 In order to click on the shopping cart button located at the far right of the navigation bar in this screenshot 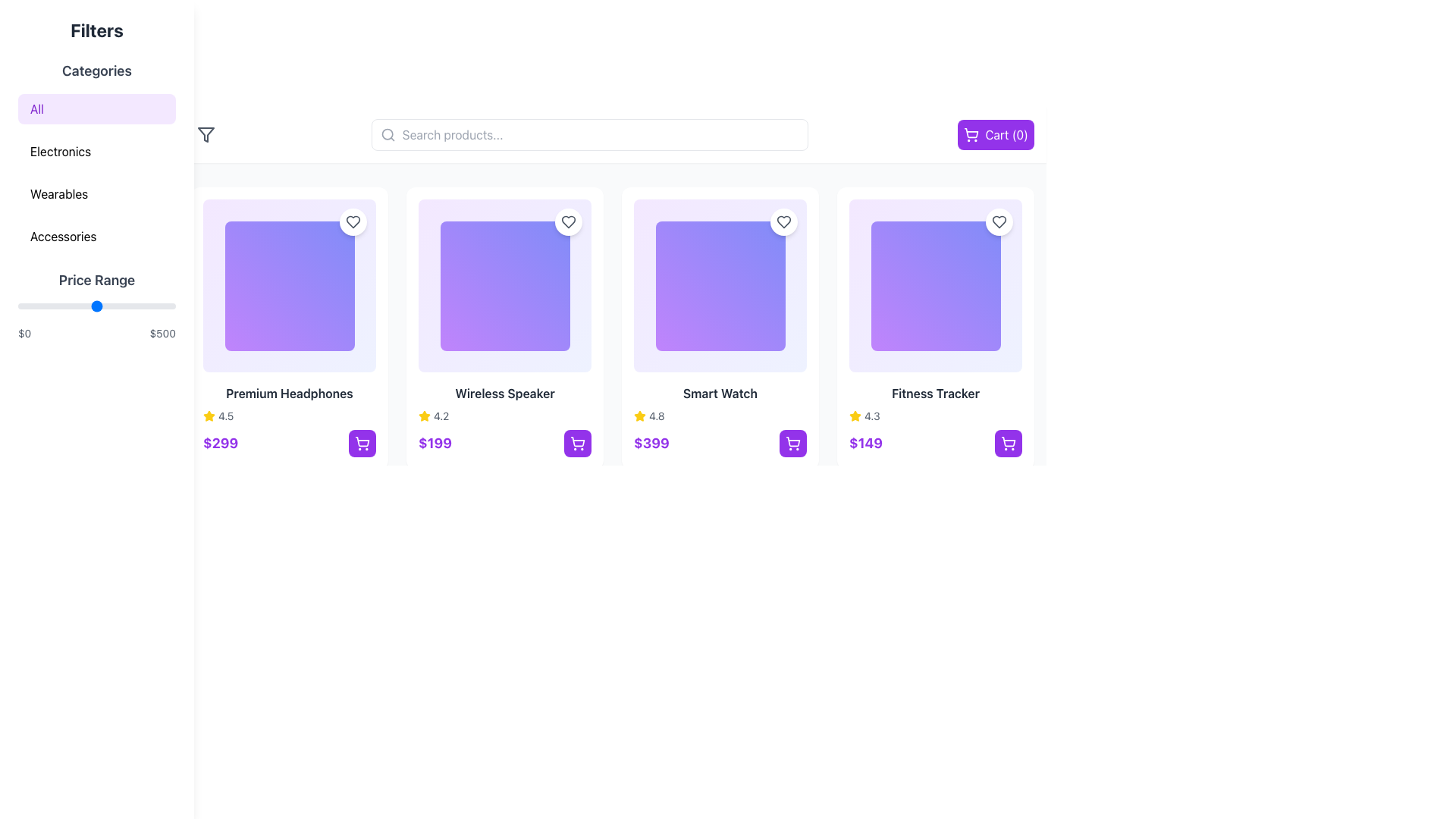, I will do `click(996, 133)`.